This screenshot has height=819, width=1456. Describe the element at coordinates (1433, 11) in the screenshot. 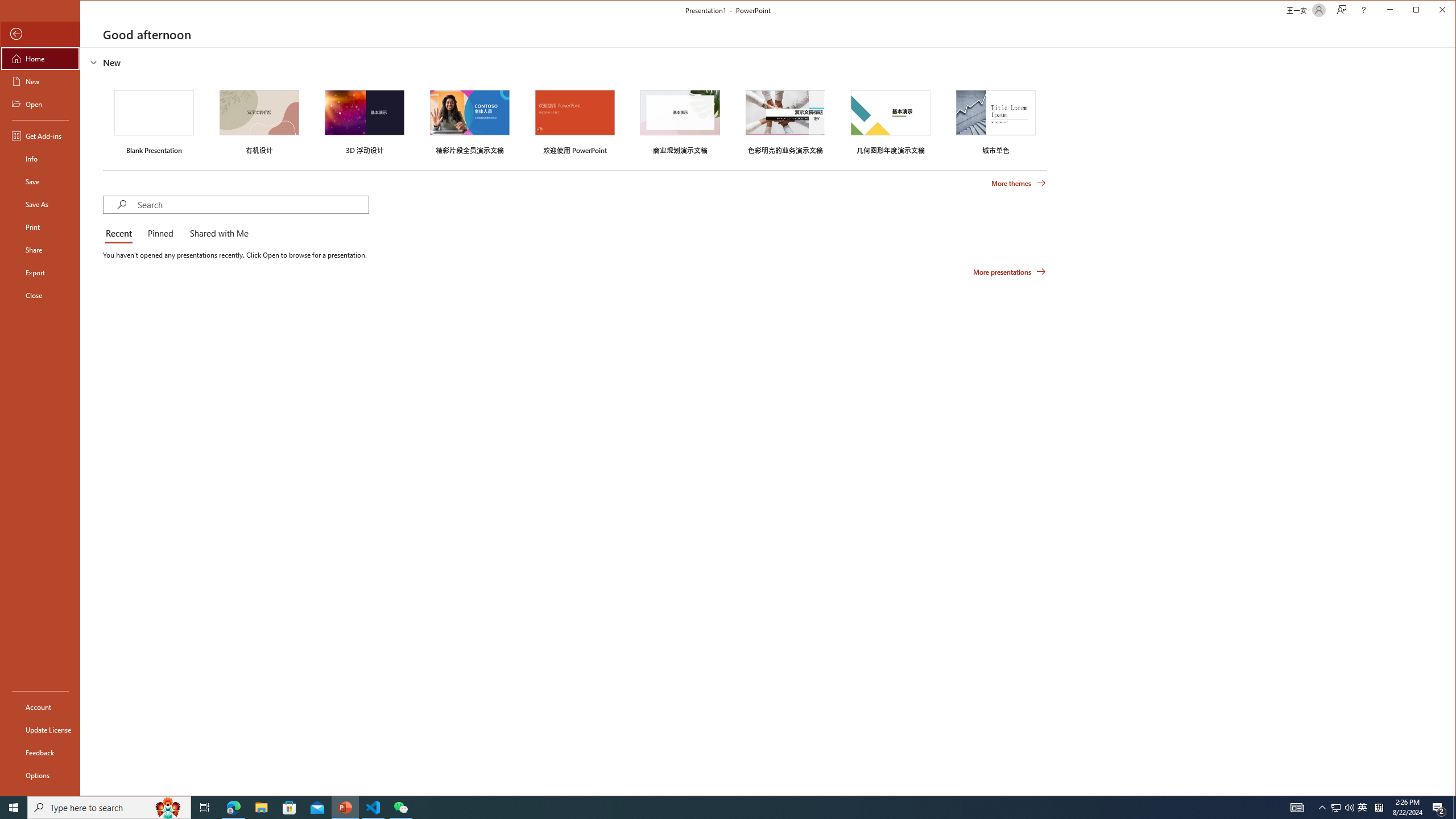

I see `'Maximize'` at that location.